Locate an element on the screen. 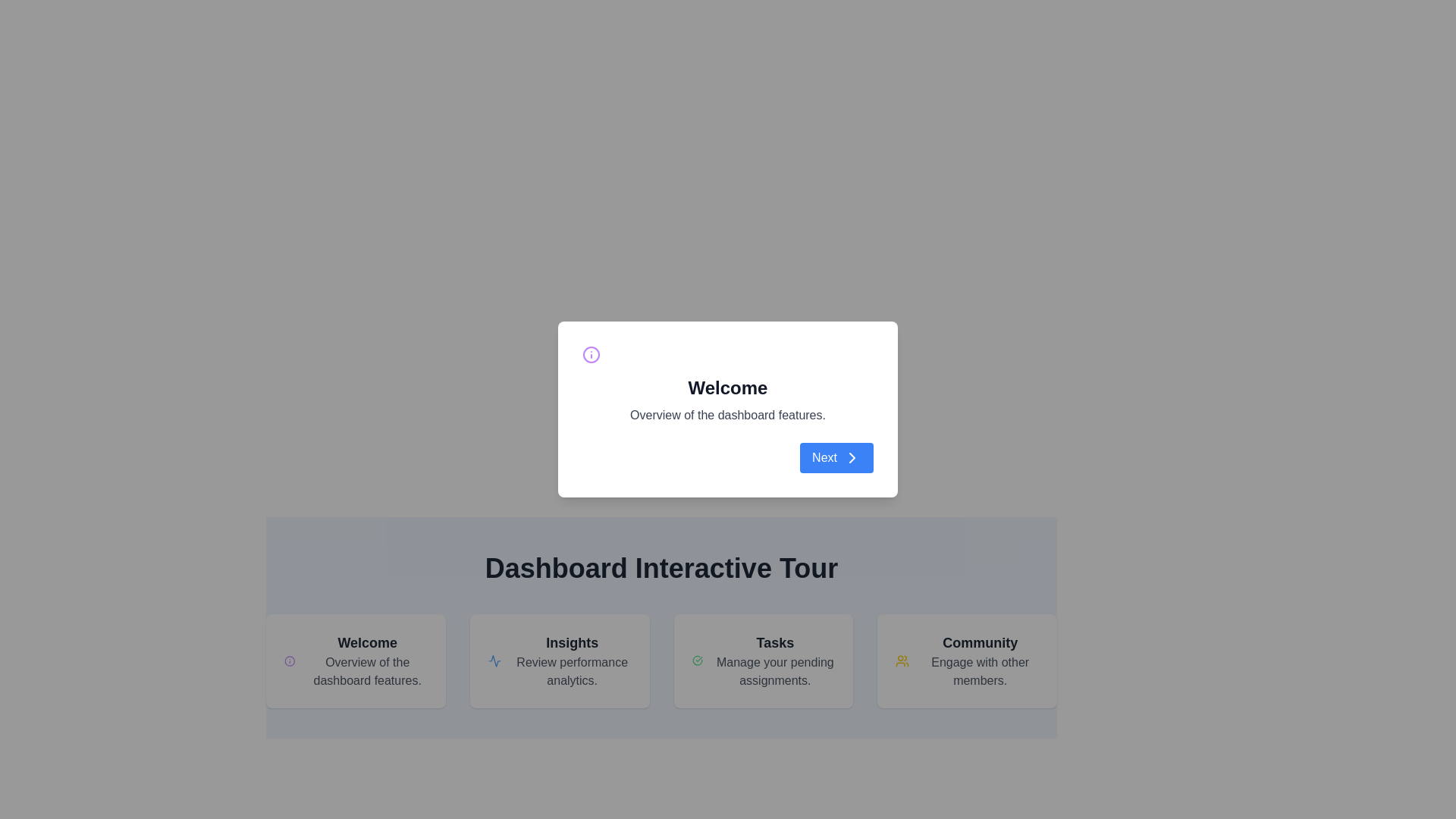 The width and height of the screenshot is (1456, 819). the informational icon located at the top left of the modal dialog box above the 'Welcome' text is located at coordinates (590, 353).